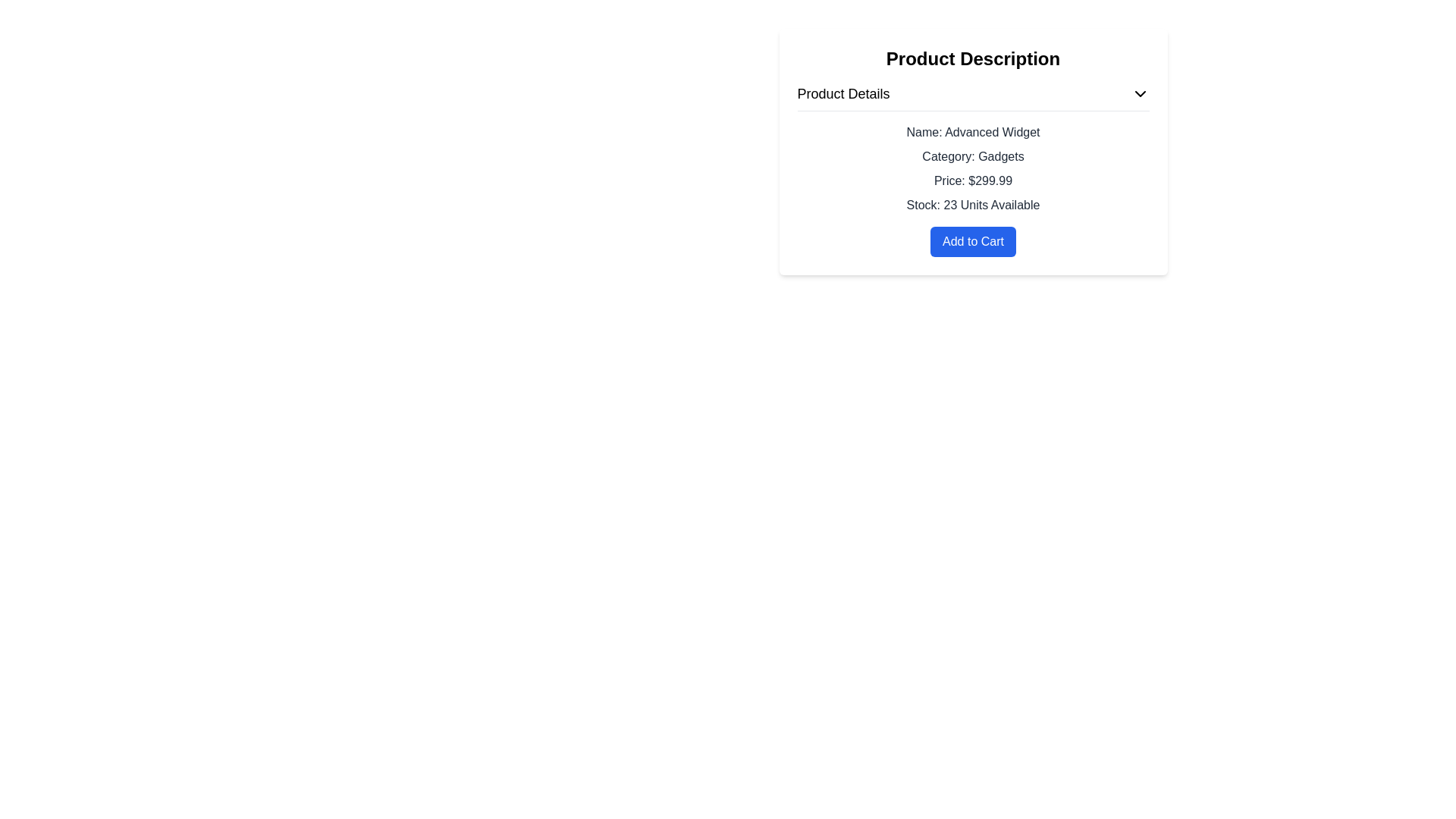 The height and width of the screenshot is (819, 1456). I want to click on static text label displaying the name of the product located at the top of the 'Product Details' section, so click(973, 131).